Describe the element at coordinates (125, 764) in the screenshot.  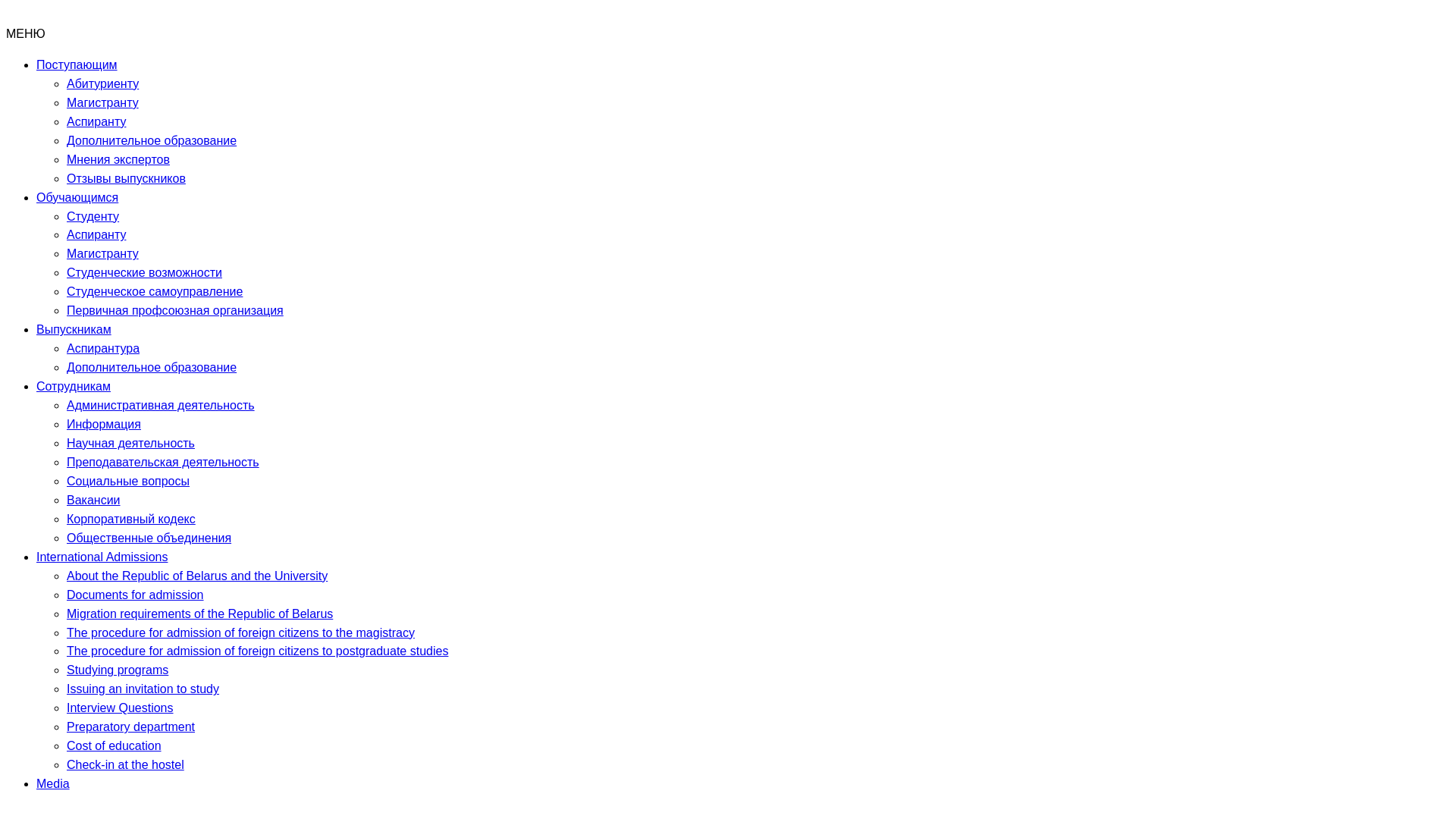
I see `'Check-in at the hostel'` at that location.